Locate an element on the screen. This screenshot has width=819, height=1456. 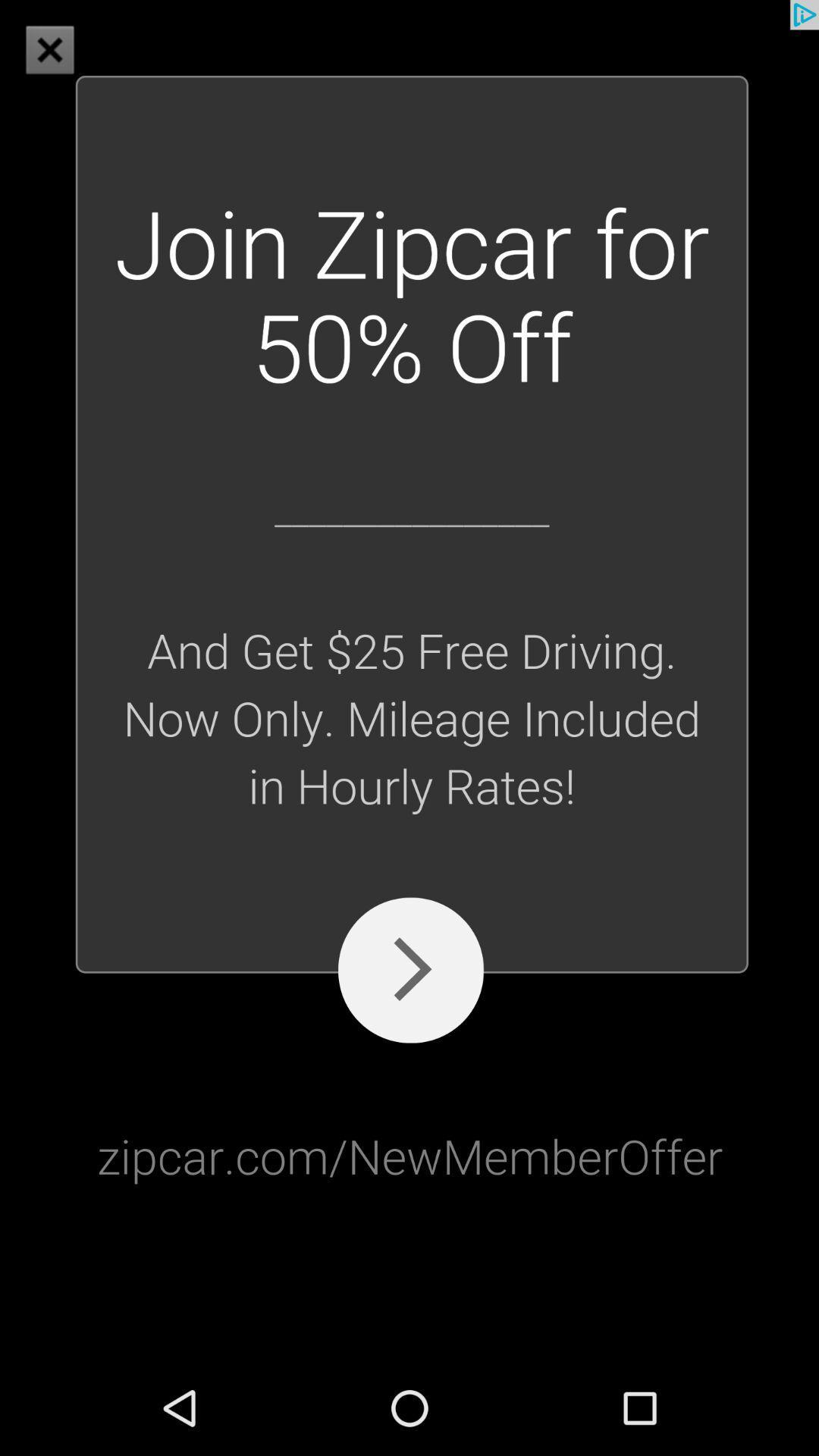
the close icon is located at coordinates (49, 53).